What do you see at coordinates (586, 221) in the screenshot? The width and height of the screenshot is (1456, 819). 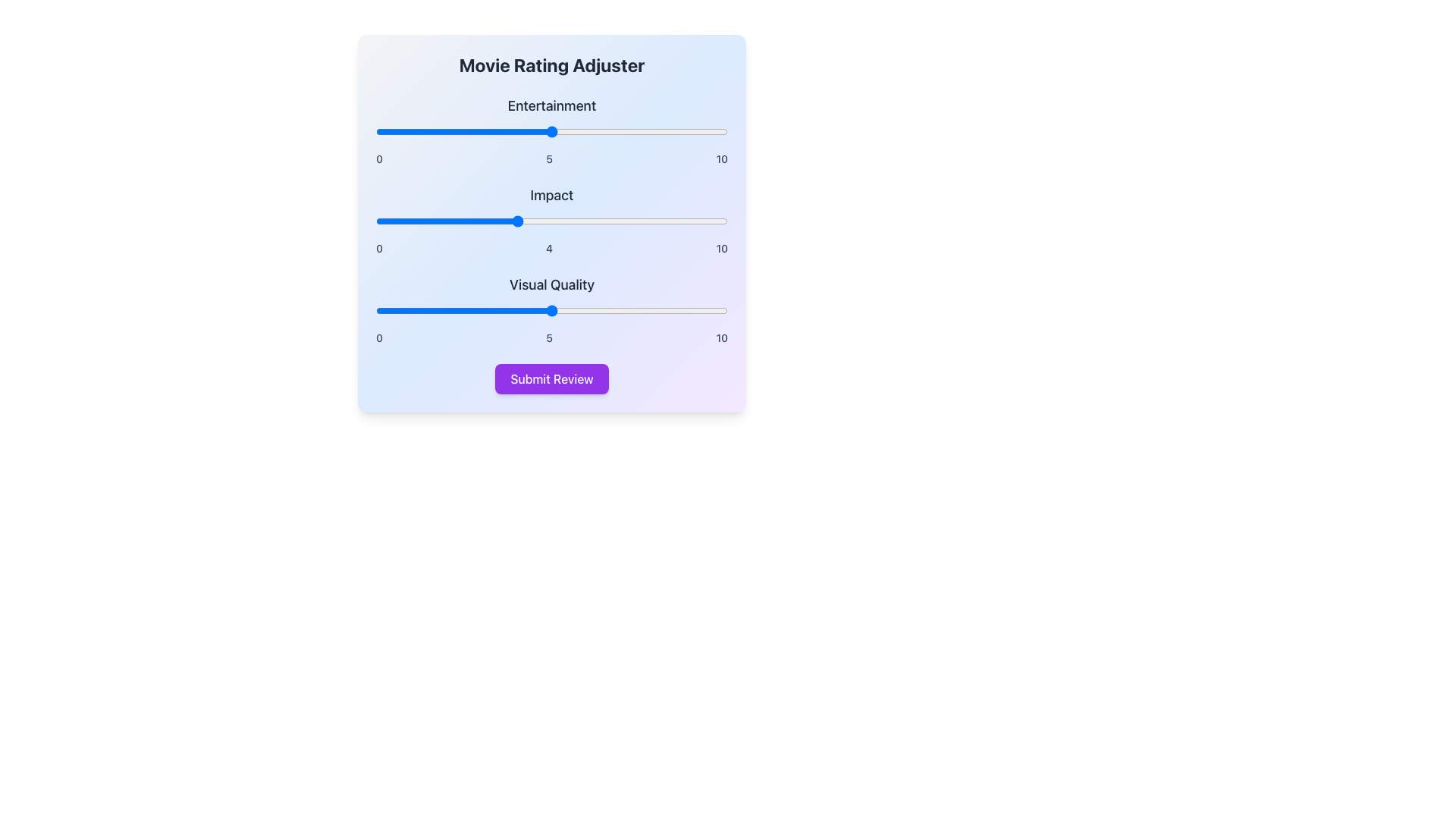 I see `the Impact slider value` at bounding box center [586, 221].